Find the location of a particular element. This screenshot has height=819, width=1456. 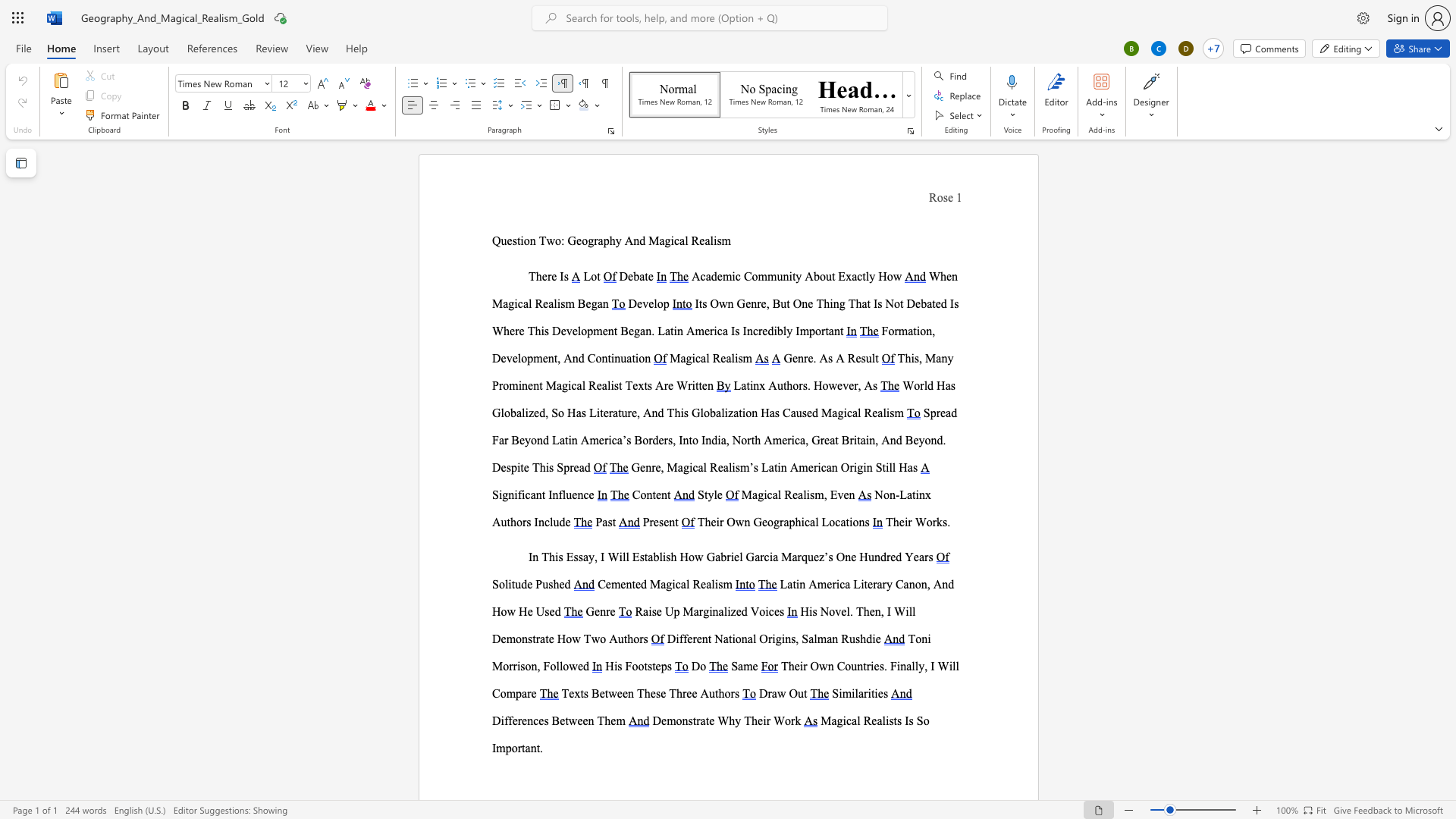

the space between the continuous character "g" and "i" in the text is located at coordinates (690, 358).